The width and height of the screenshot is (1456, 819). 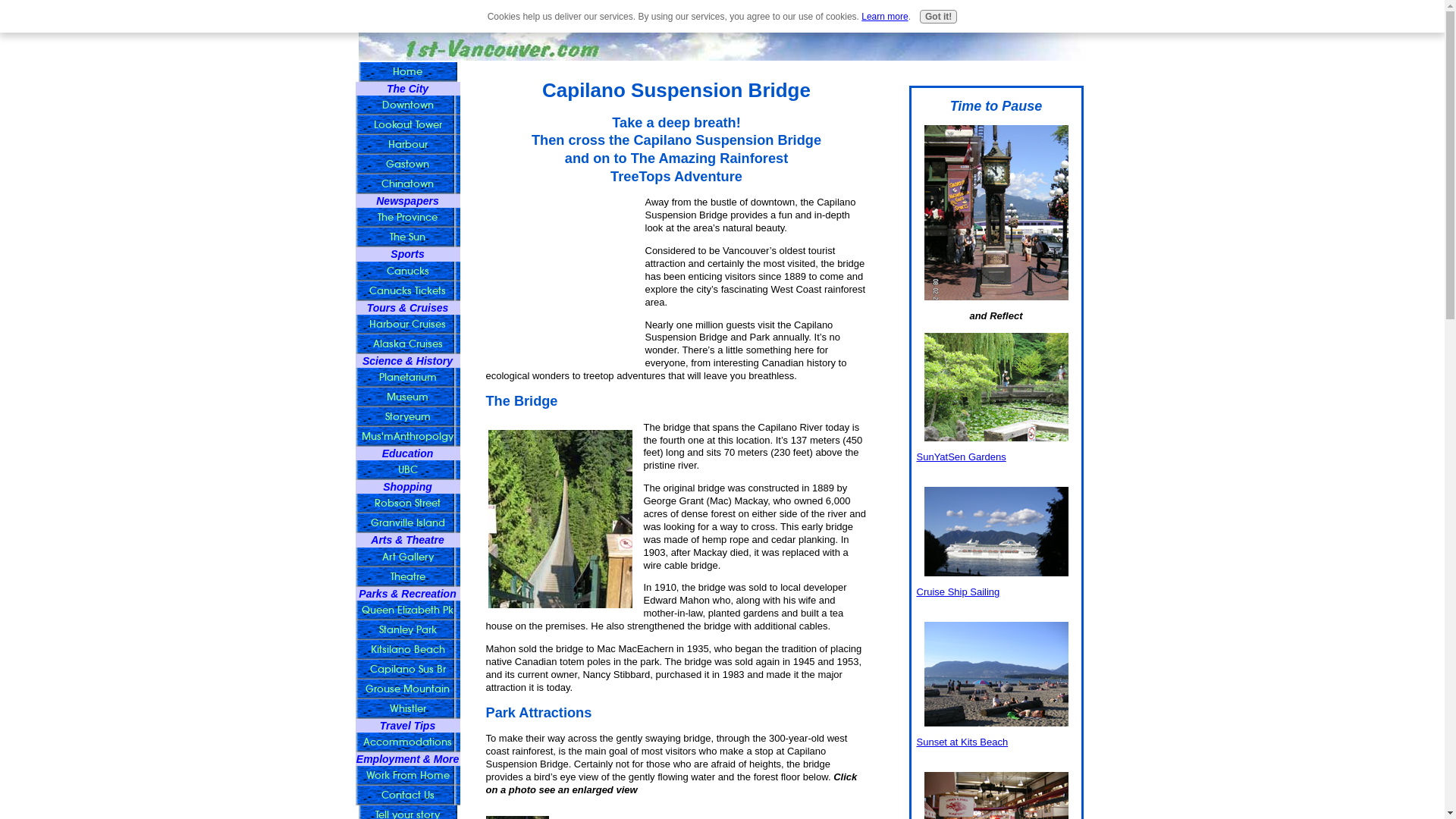 I want to click on 'Got it!', so click(x=937, y=17).